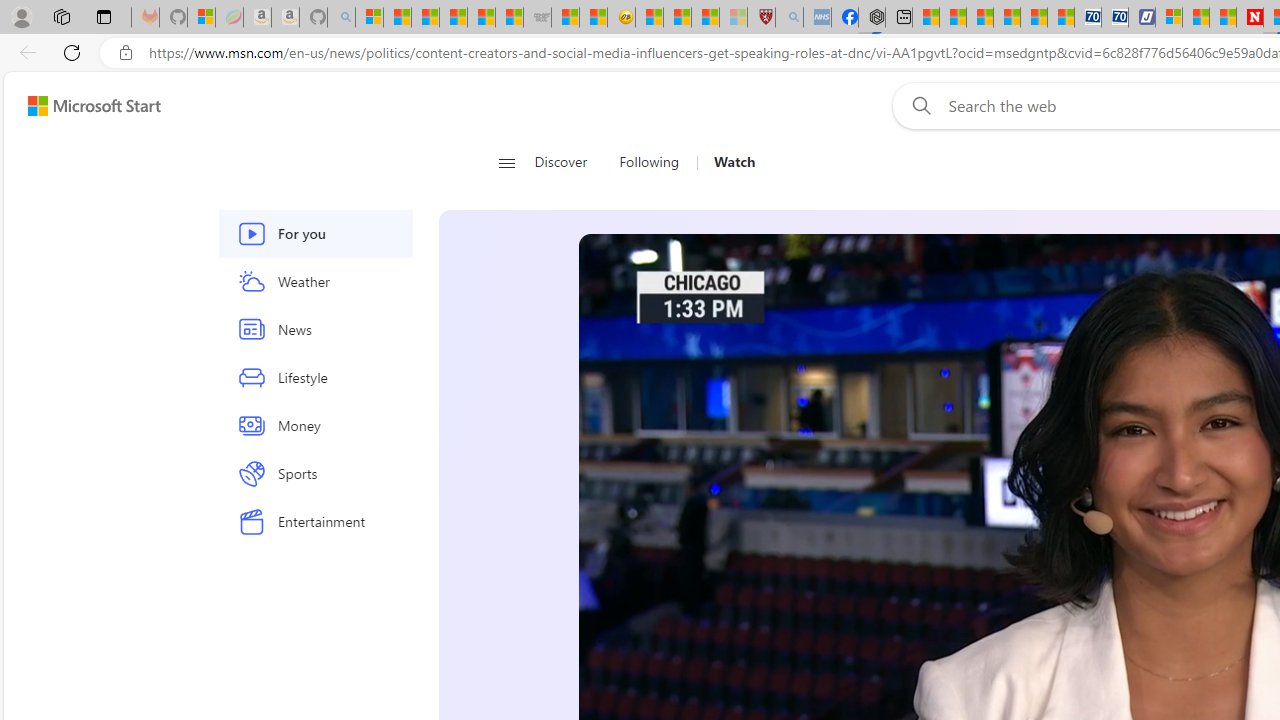 Image resolution: width=1280 pixels, height=720 pixels. Describe the element at coordinates (481, 17) in the screenshot. I see `'New Report Confirms 2023 Was Record Hot | Watch'` at that location.